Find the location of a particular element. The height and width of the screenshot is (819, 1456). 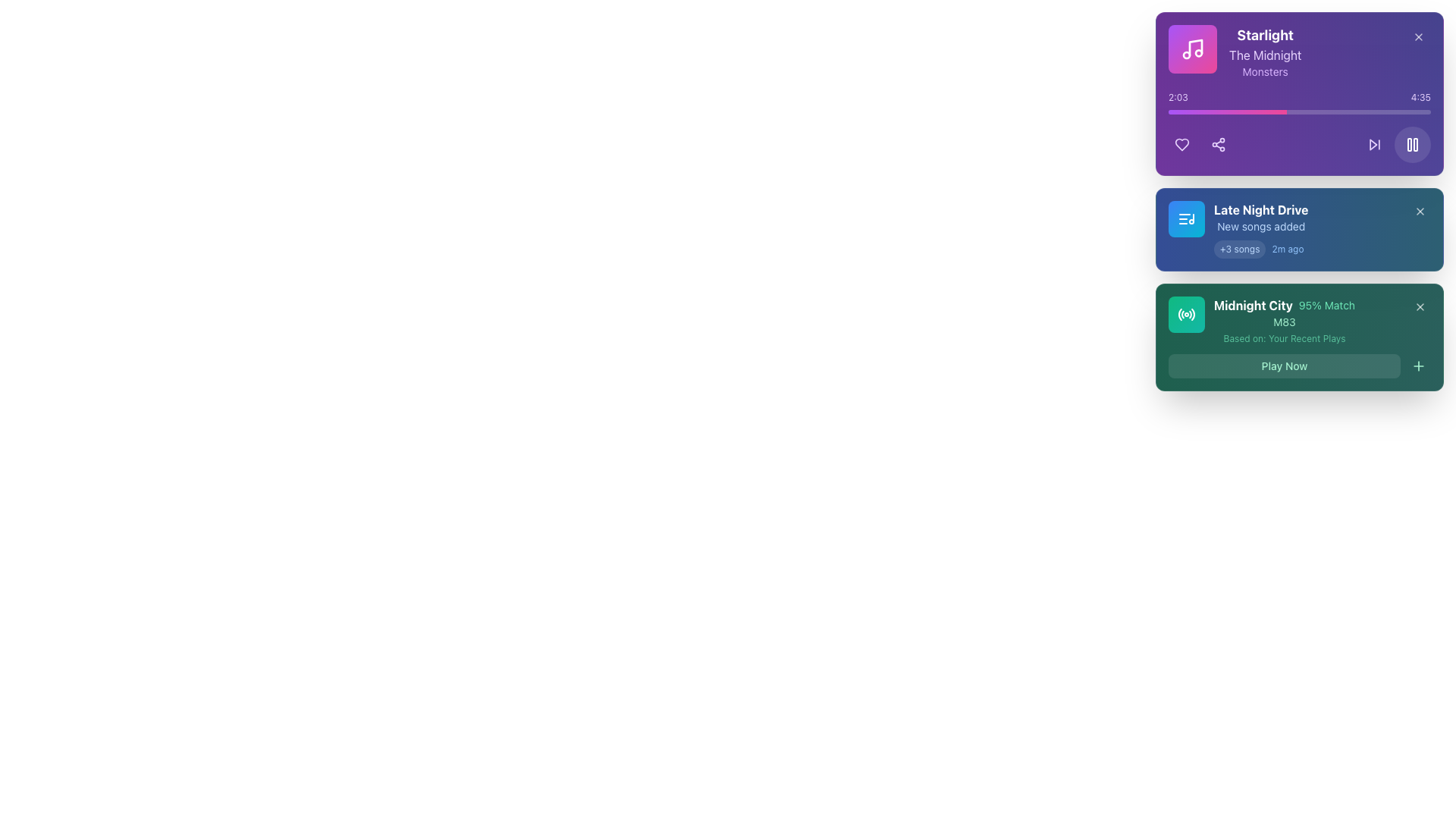

the static text label displaying 'The Midnight' in light purple color, located below 'Starlight' and above 'Monsters' is located at coordinates (1265, 55).